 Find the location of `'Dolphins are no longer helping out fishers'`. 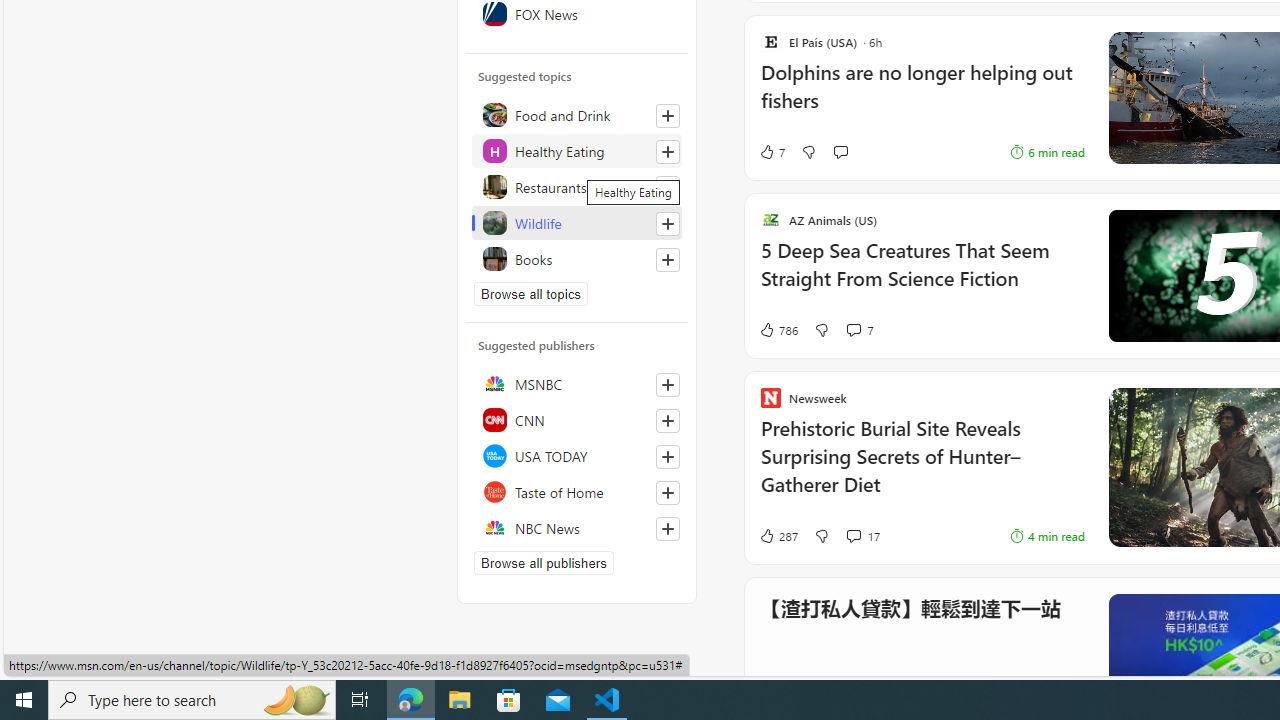

'Dolphins are no longer helping out fishers' is located at coordinates (921, 97).